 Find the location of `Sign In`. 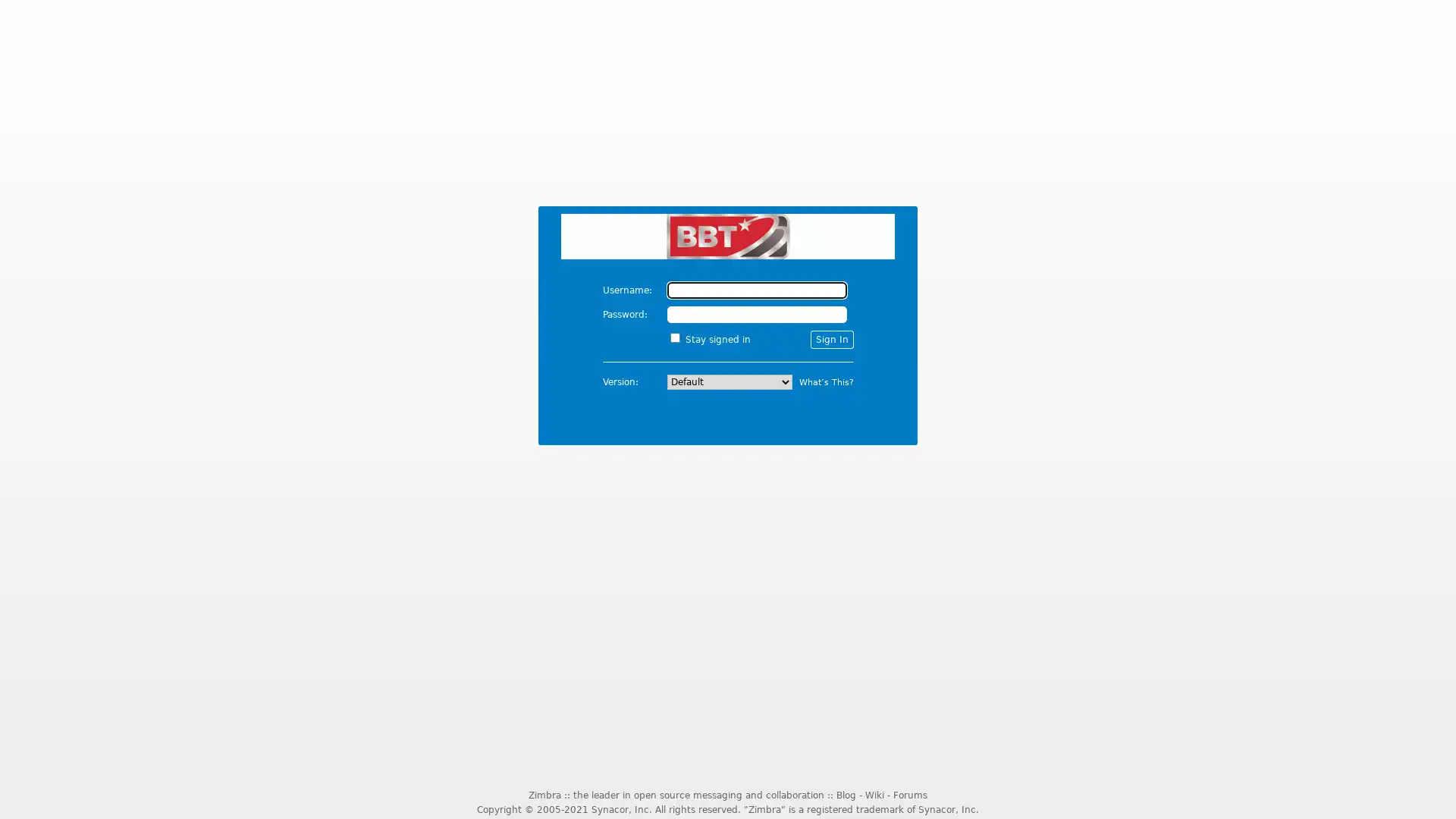

Sign In is located at coordinates (830, 338).